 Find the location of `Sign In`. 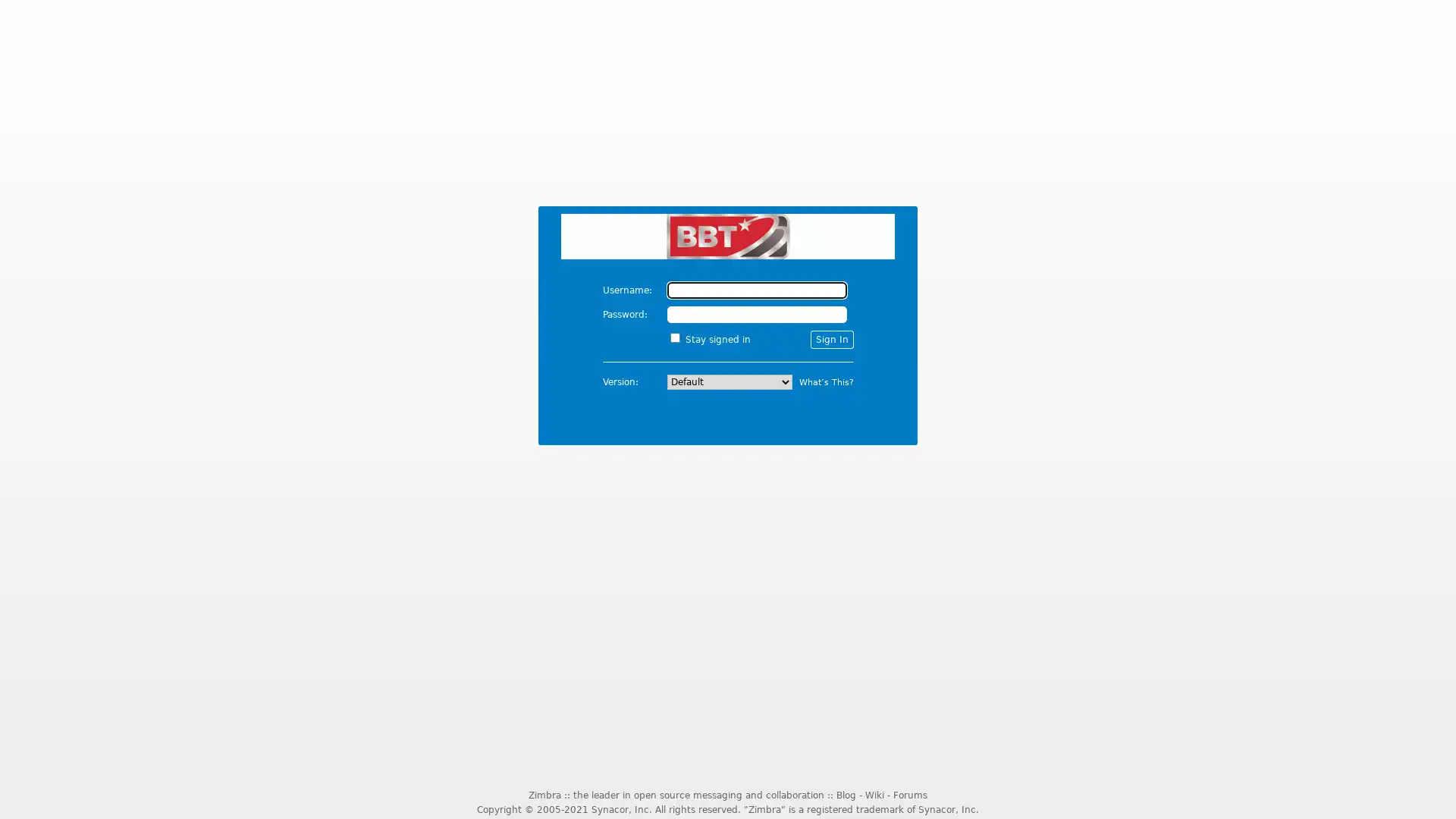

Sign In is located at coordinates (830, 338).